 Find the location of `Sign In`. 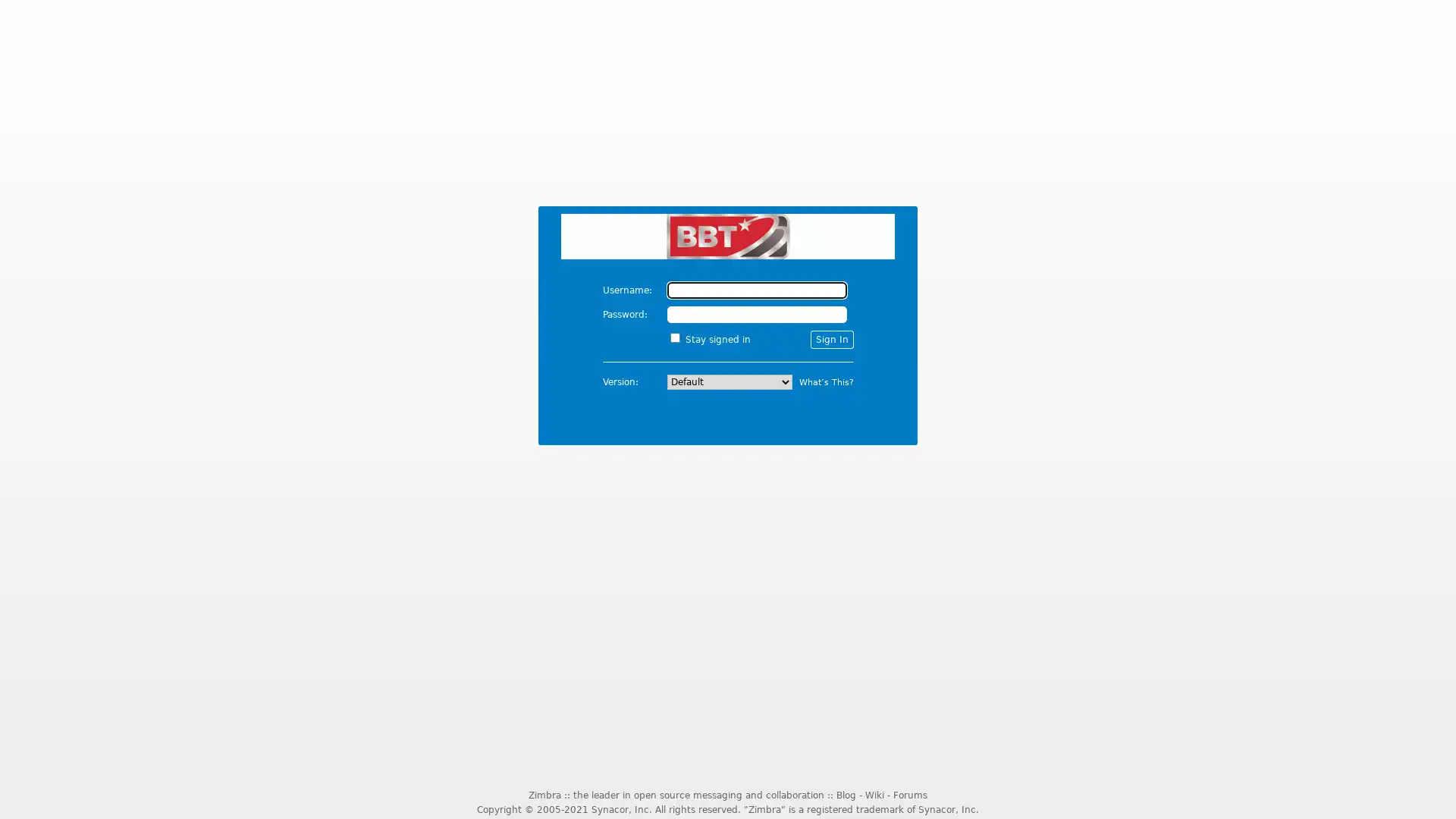

Sign In is located at coordinates (830, 338).